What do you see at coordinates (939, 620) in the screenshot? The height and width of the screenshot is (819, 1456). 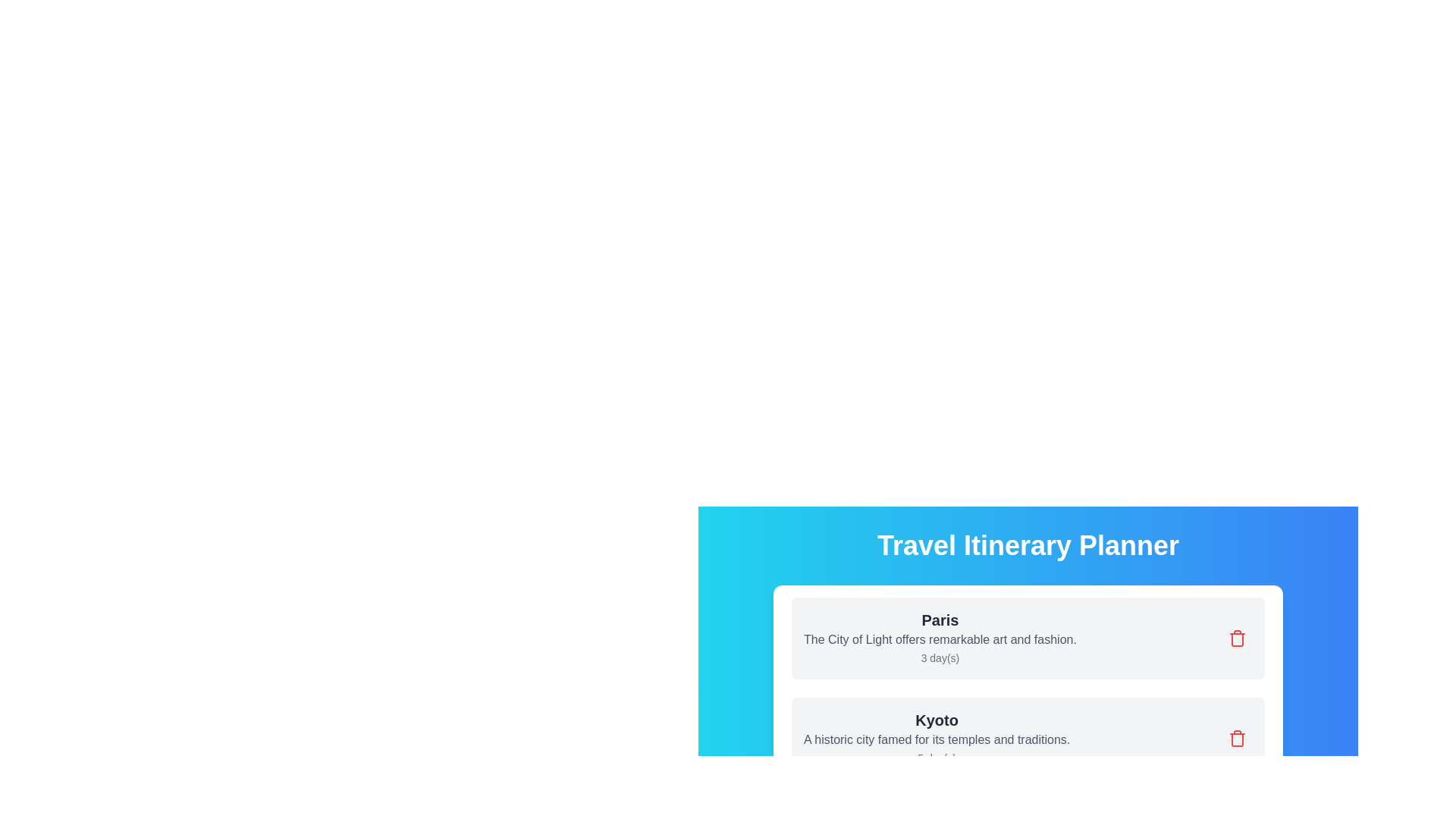 I see `the text label that identifies the destination 'Paris' at the top of the travel-related entry card` at bounding box center [939, 620].